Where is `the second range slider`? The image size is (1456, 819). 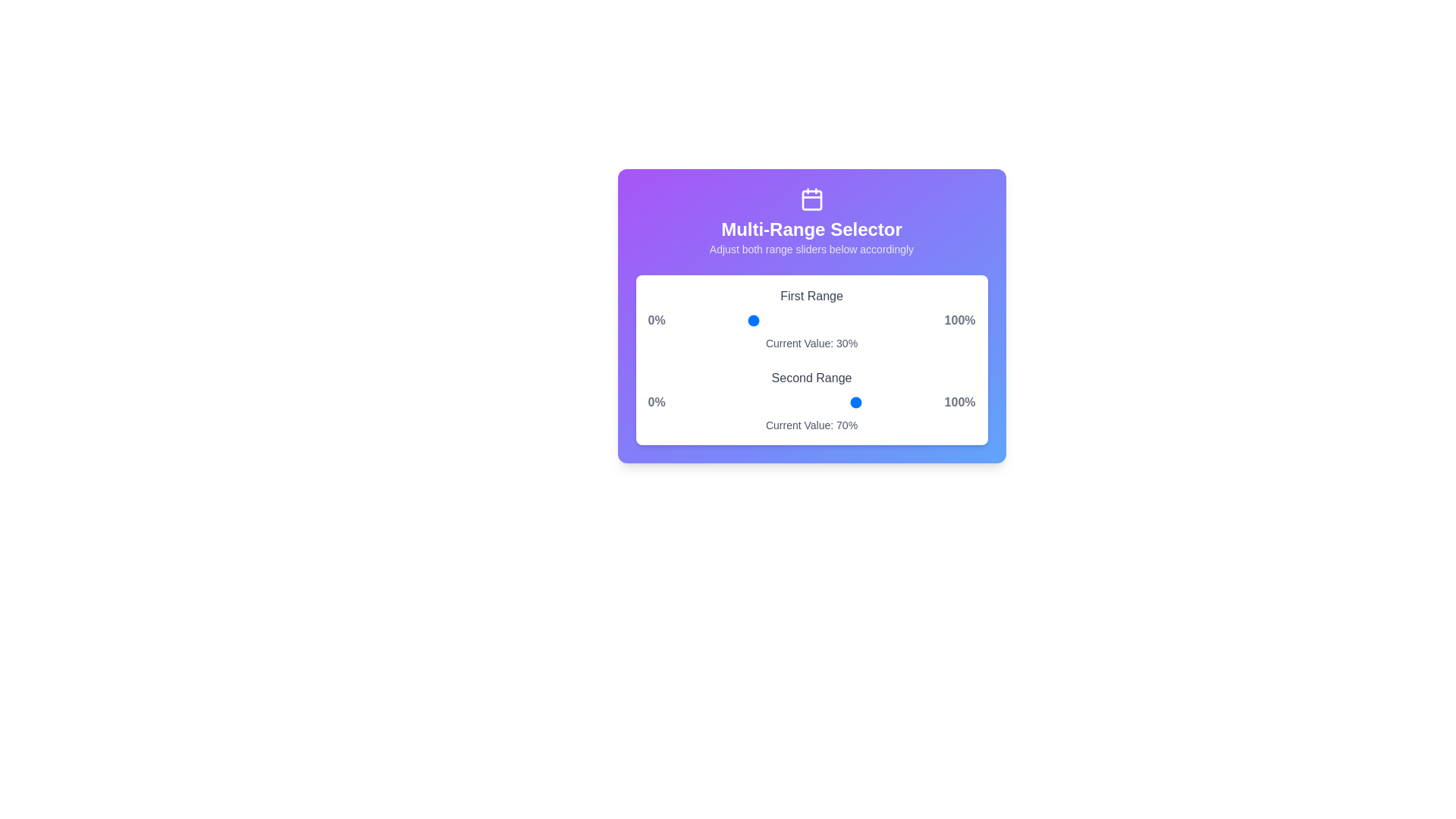 the second range slider is located at coordinates (887, 402).